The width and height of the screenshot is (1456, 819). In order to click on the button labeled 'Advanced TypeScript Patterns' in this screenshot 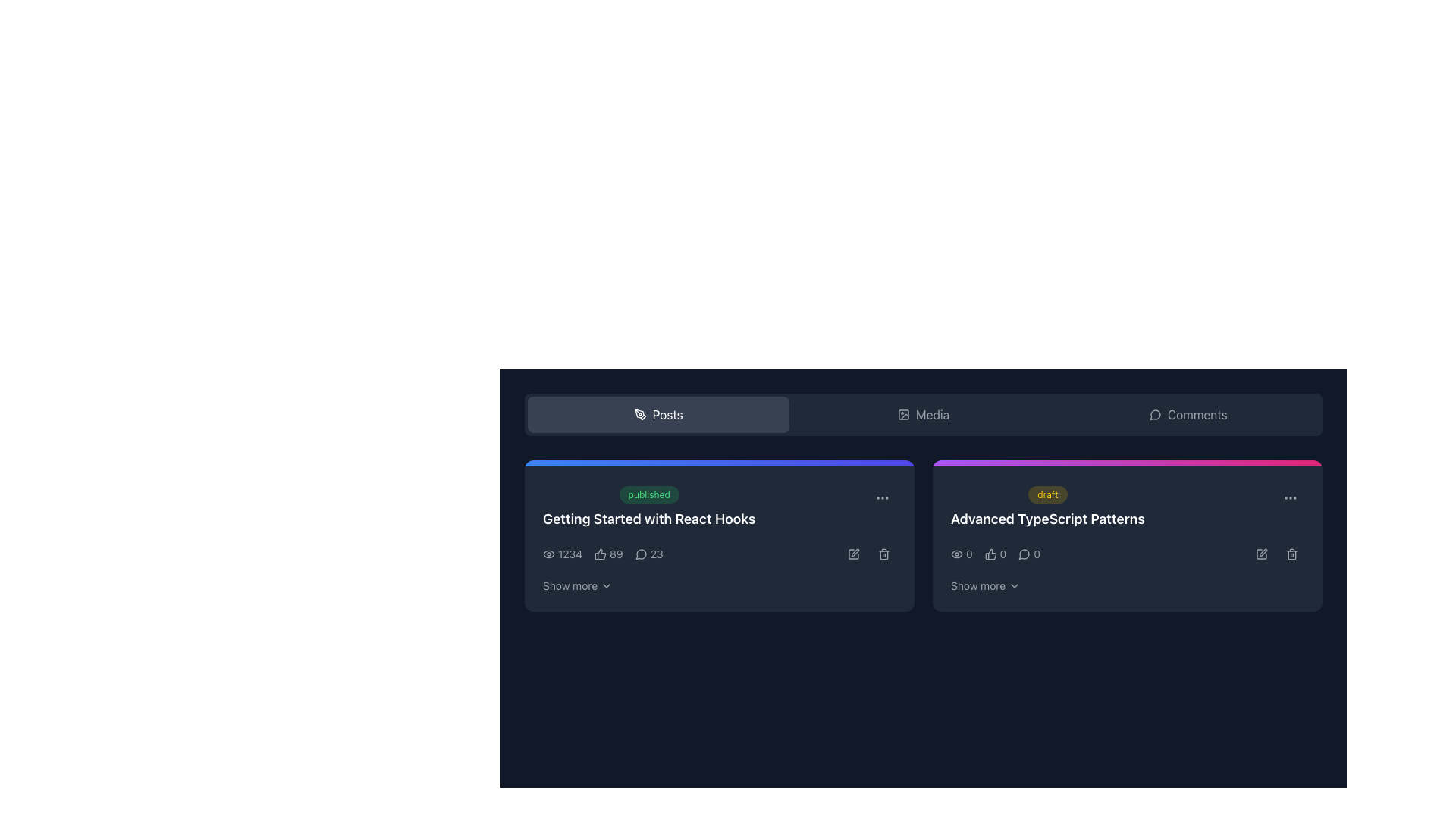, I will do `click(978, 585)`.